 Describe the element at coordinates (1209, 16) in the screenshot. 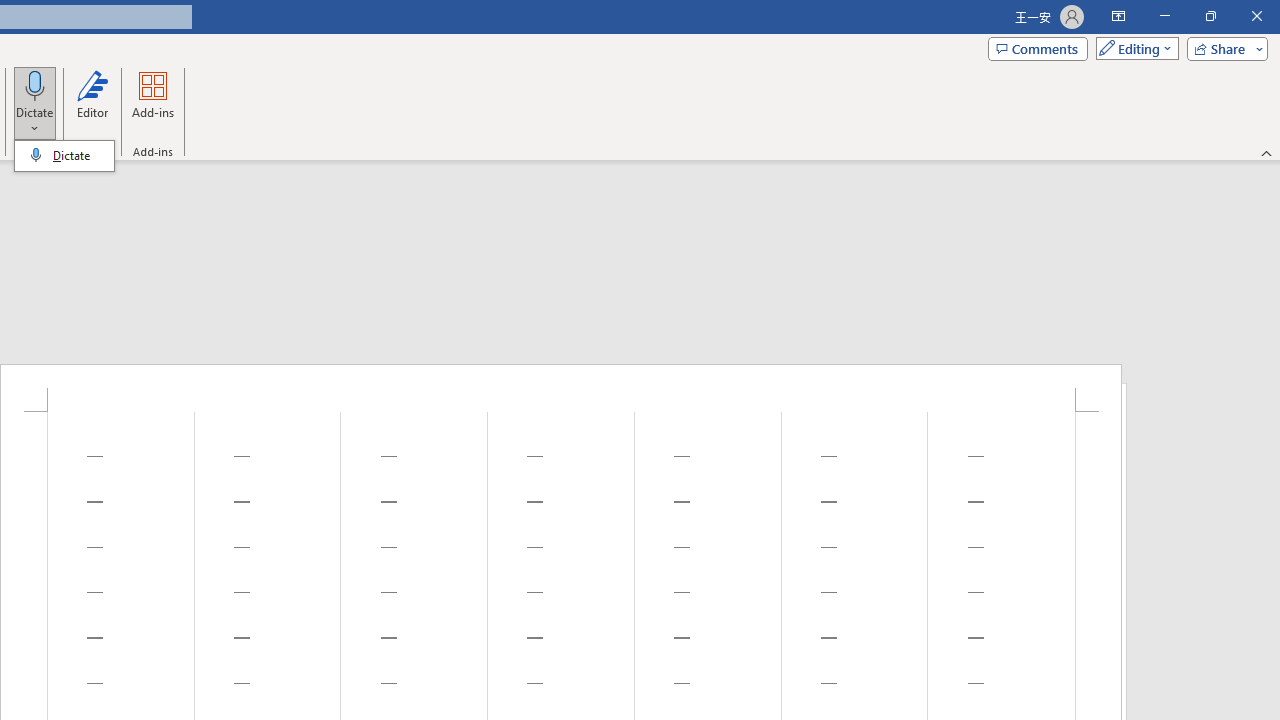

I see `'Restore Down'` at that location.